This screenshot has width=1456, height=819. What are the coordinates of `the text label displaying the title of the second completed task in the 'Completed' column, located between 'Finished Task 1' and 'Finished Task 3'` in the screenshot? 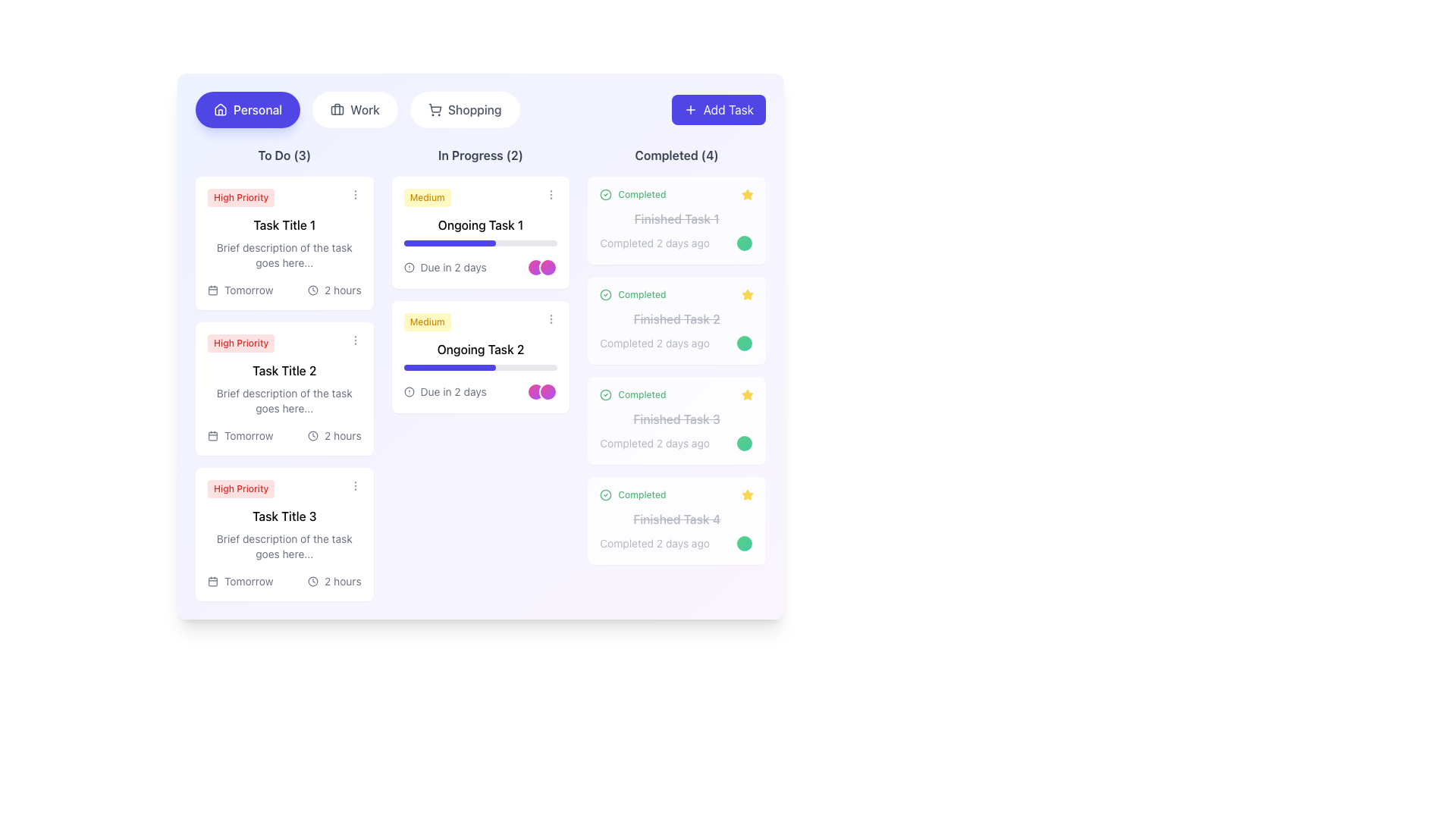 It's located at (676, 318).